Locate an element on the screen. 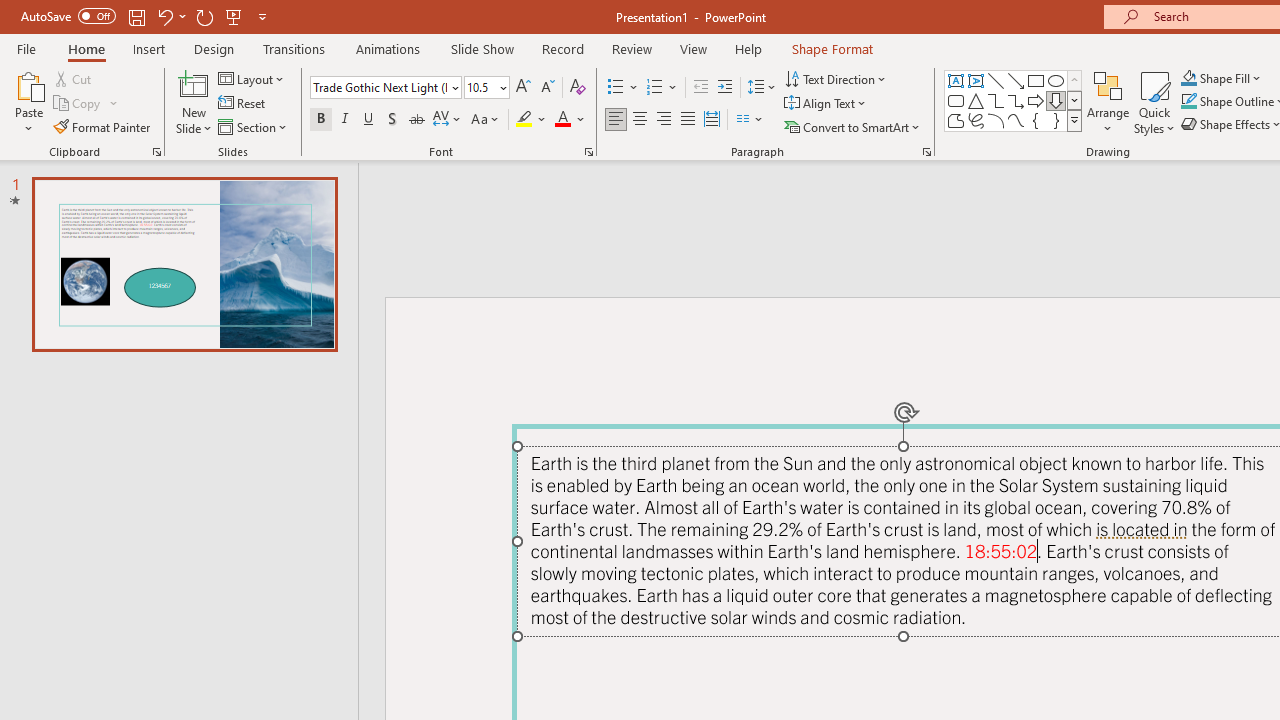 The image size is (1280, 720). 'Change Case' is located at coordinates (486, 119).